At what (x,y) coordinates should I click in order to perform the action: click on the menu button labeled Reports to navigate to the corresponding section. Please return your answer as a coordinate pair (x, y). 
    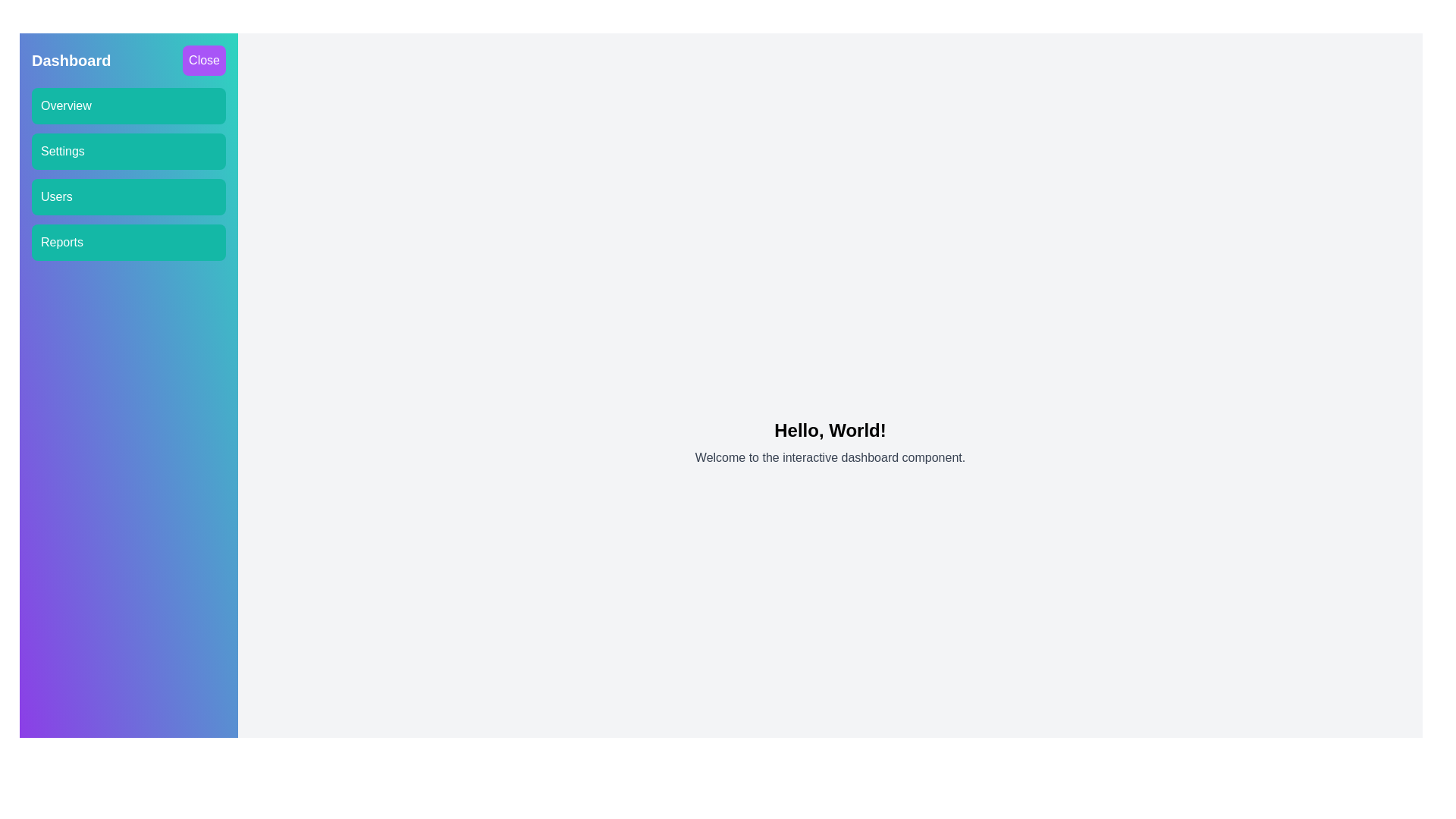
    Looking at the image, I should click on (128, 242).